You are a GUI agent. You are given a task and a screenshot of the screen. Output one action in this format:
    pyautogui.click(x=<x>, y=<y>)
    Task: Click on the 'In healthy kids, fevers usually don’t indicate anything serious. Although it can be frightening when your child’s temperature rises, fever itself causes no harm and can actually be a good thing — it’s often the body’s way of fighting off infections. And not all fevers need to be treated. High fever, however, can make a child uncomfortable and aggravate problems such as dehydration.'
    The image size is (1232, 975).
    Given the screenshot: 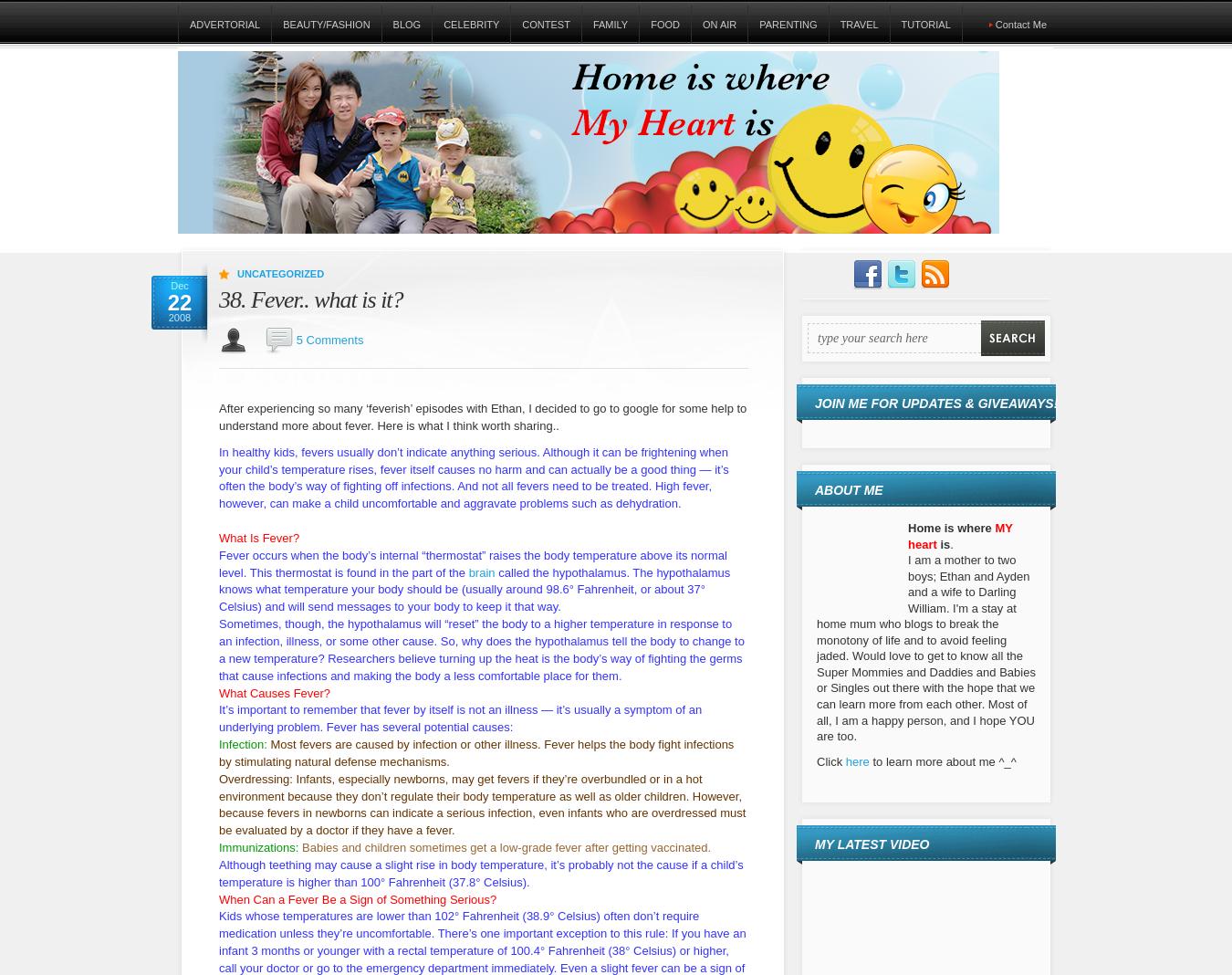 What is the action you would take?
    pyautogui.click(x=472, y=477)
    